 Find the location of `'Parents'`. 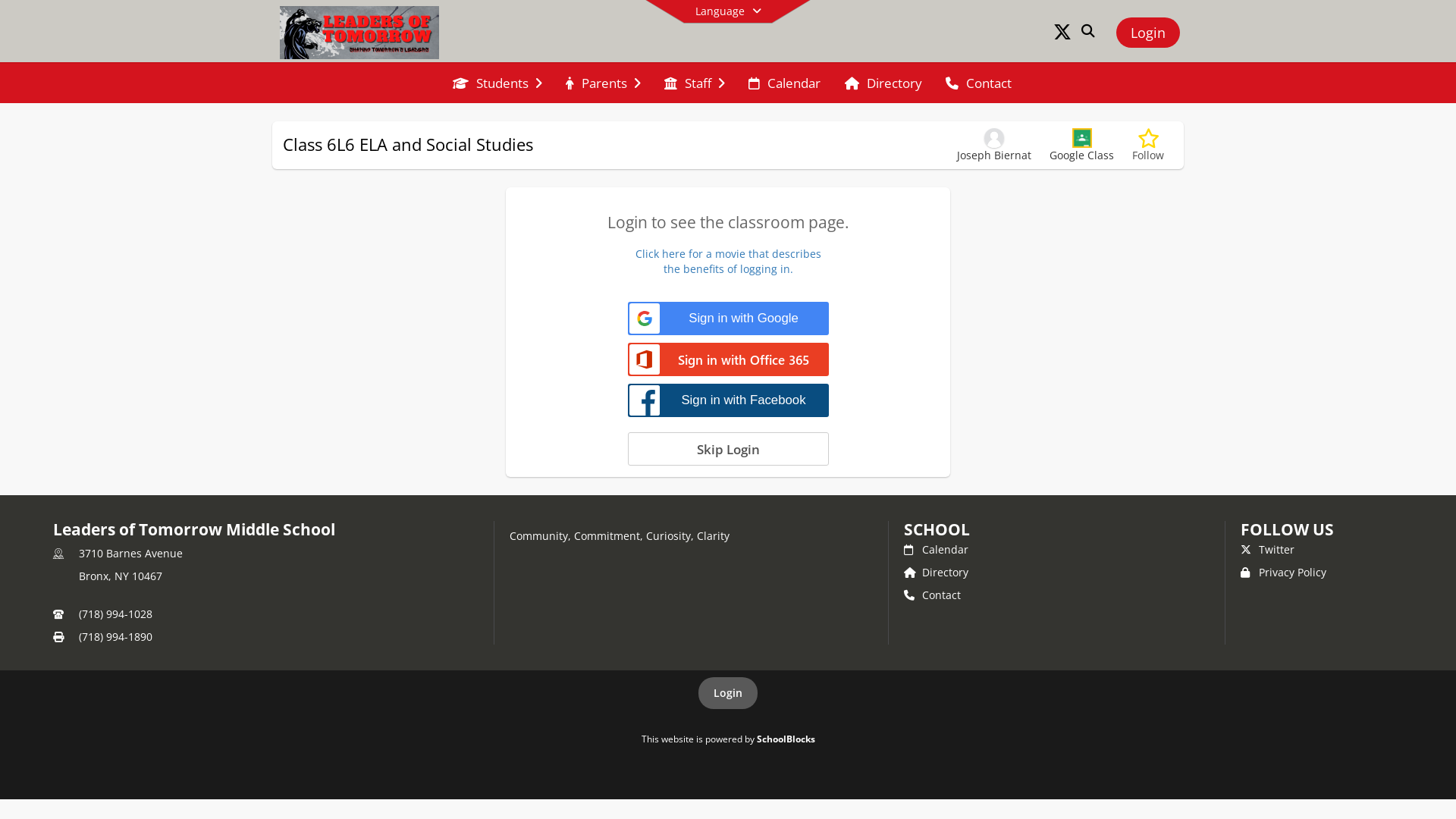

'Parents' is located at coordinates (602, 83).